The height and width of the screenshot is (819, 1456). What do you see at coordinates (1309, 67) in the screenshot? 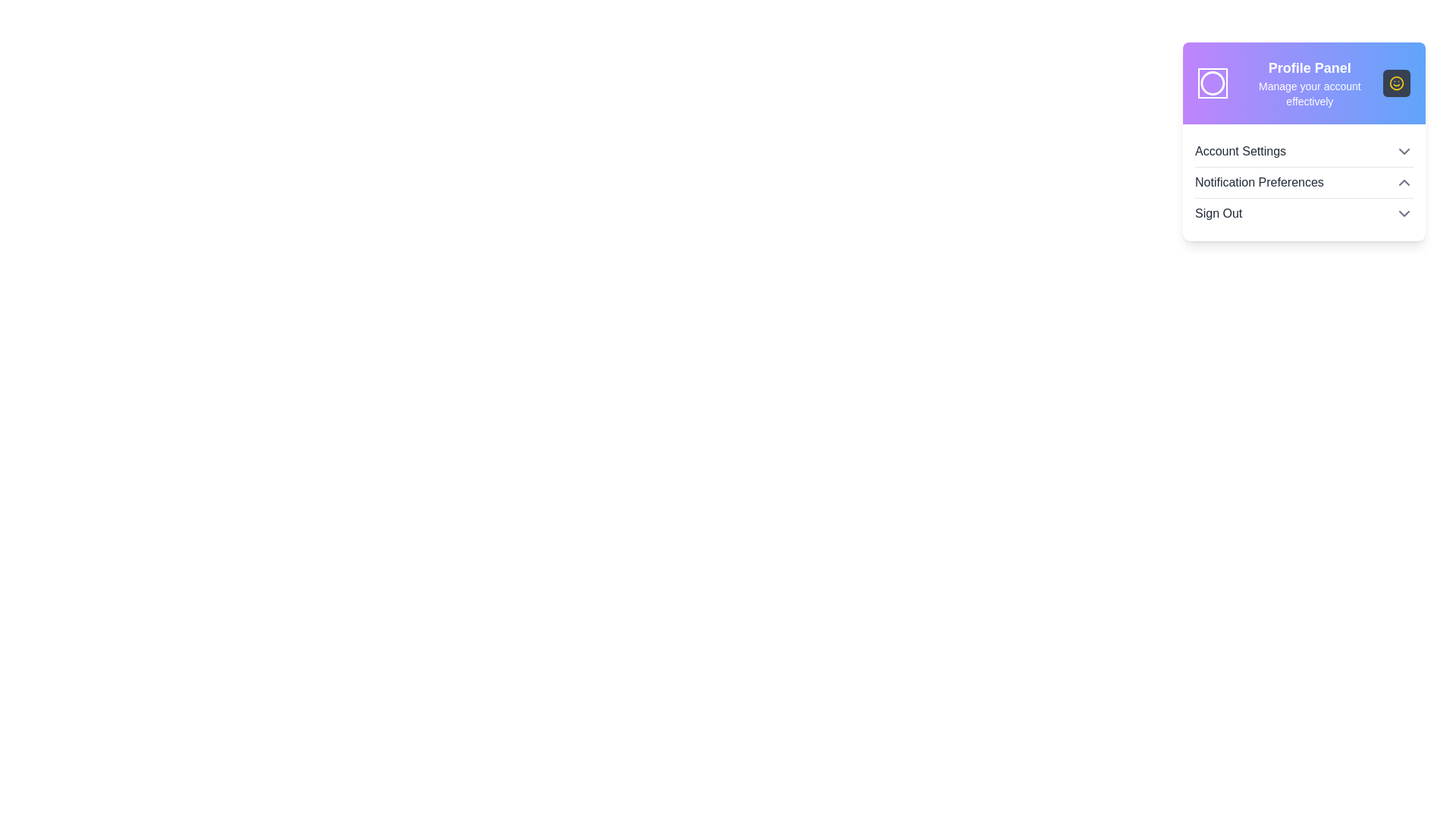
I see `the bold text label that reads 'Profile Panel', which is located at the top of a card or panel below a user profile image and next to an emoji, featuring a gradient background from purple to blue` at bounding box center [1309, 67].